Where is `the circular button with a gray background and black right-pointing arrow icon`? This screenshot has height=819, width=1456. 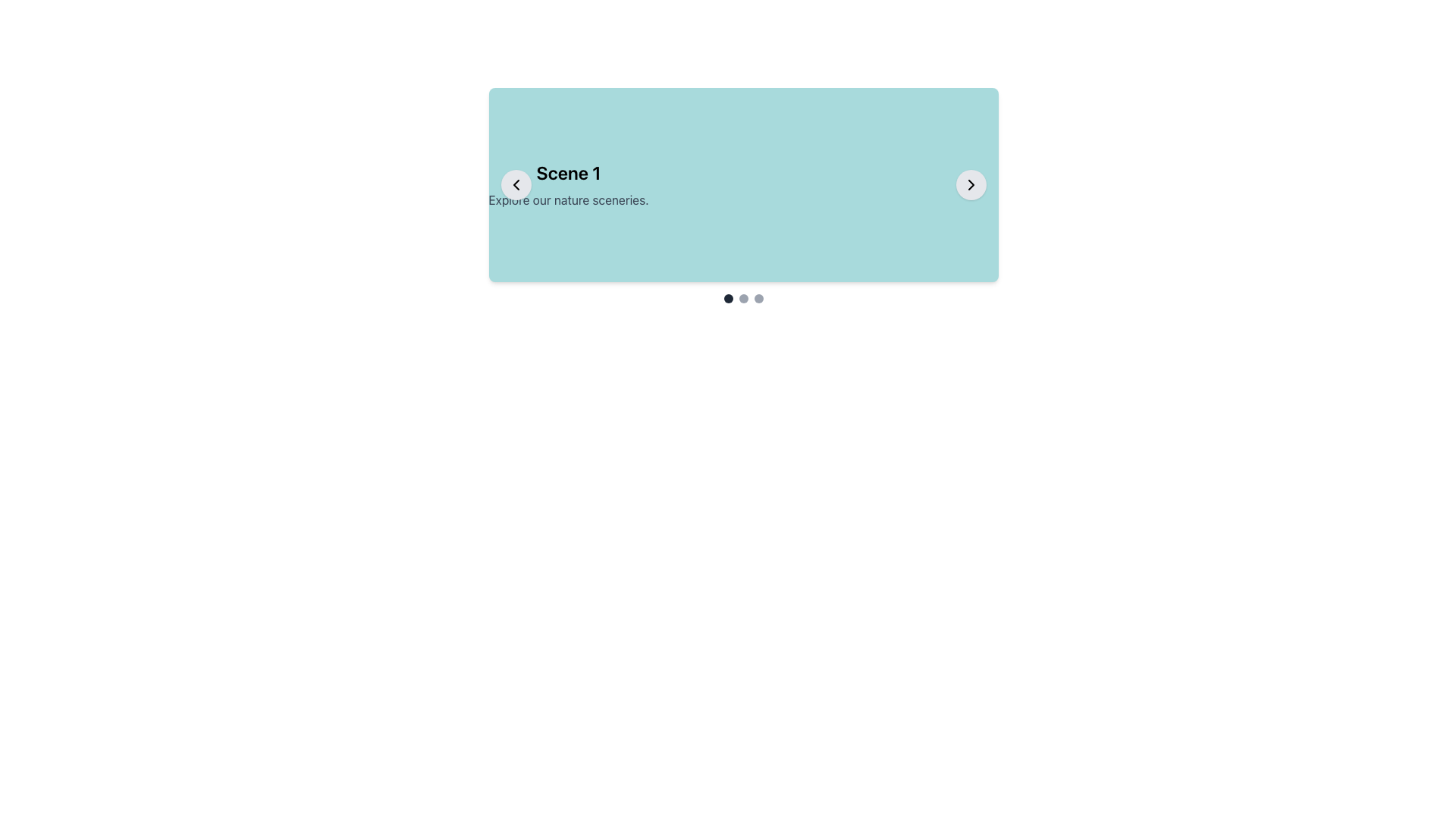 the circular button with a gray background and black right-pointing arrow icon is located at coordinates (971, 184).